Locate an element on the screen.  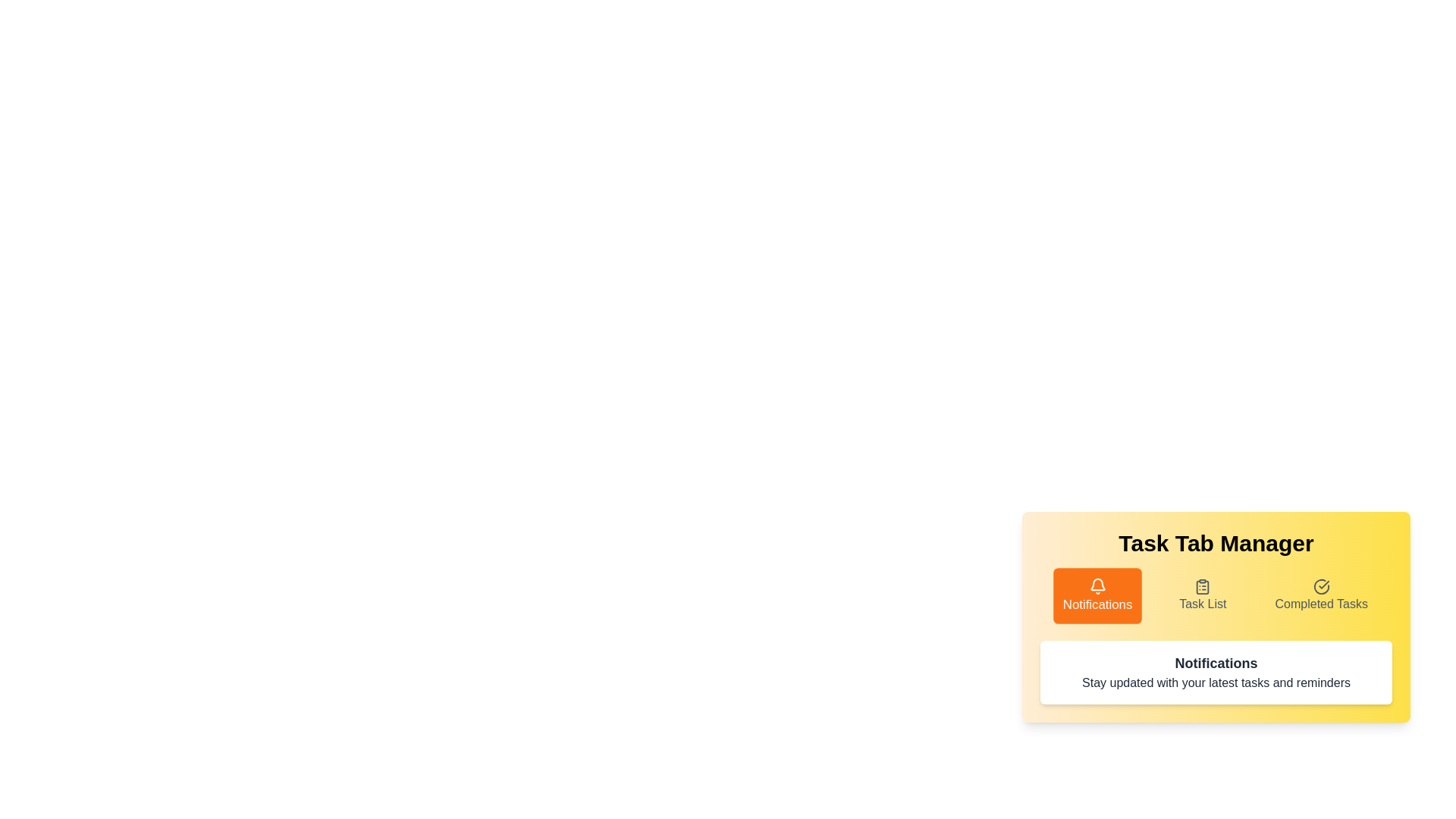
the tab labeled Completed Tasks by clicking on it is located at coordinates (1320, 595).